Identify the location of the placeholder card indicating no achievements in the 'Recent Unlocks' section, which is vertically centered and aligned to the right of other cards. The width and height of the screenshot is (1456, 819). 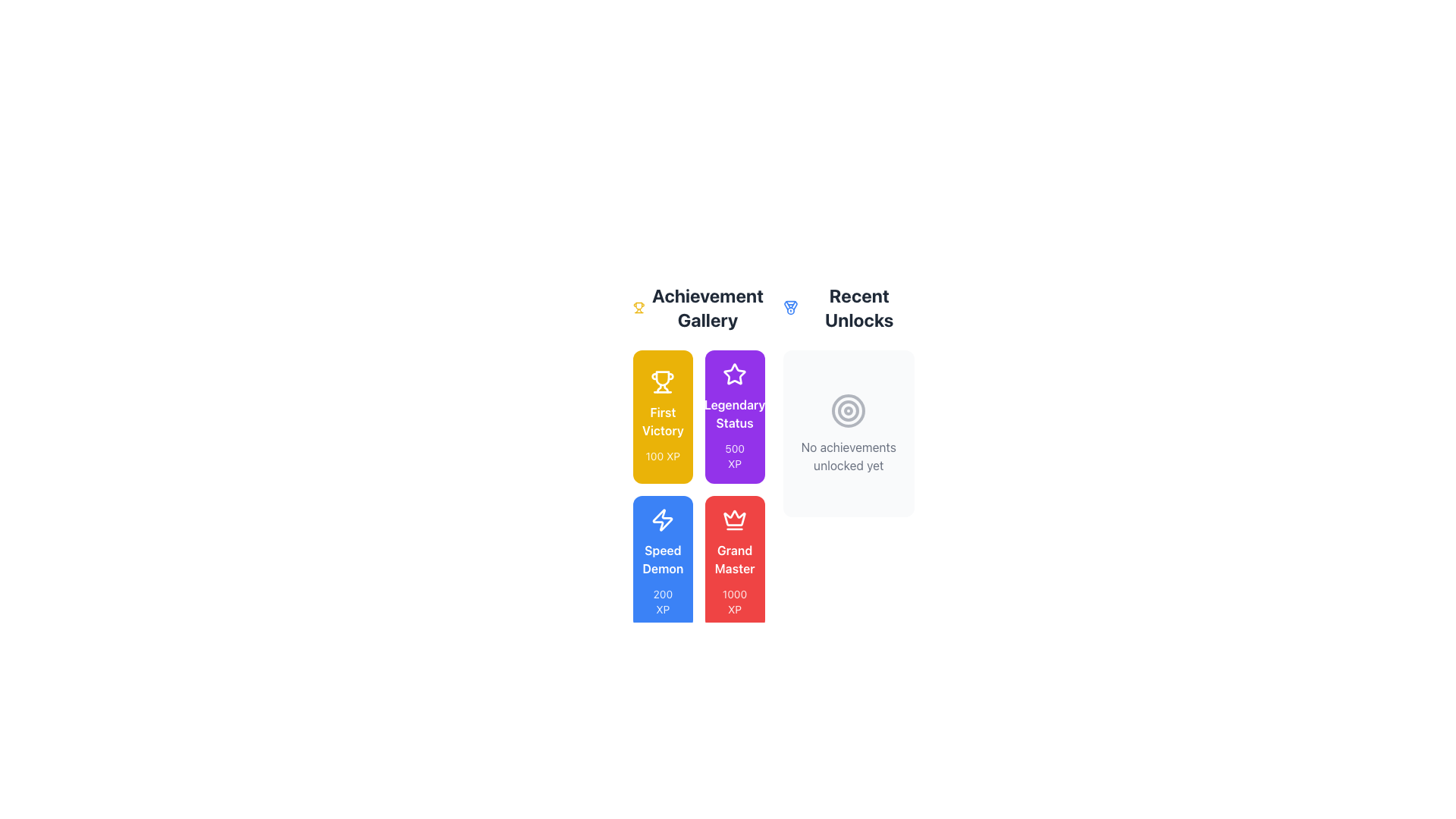
(848, 433).